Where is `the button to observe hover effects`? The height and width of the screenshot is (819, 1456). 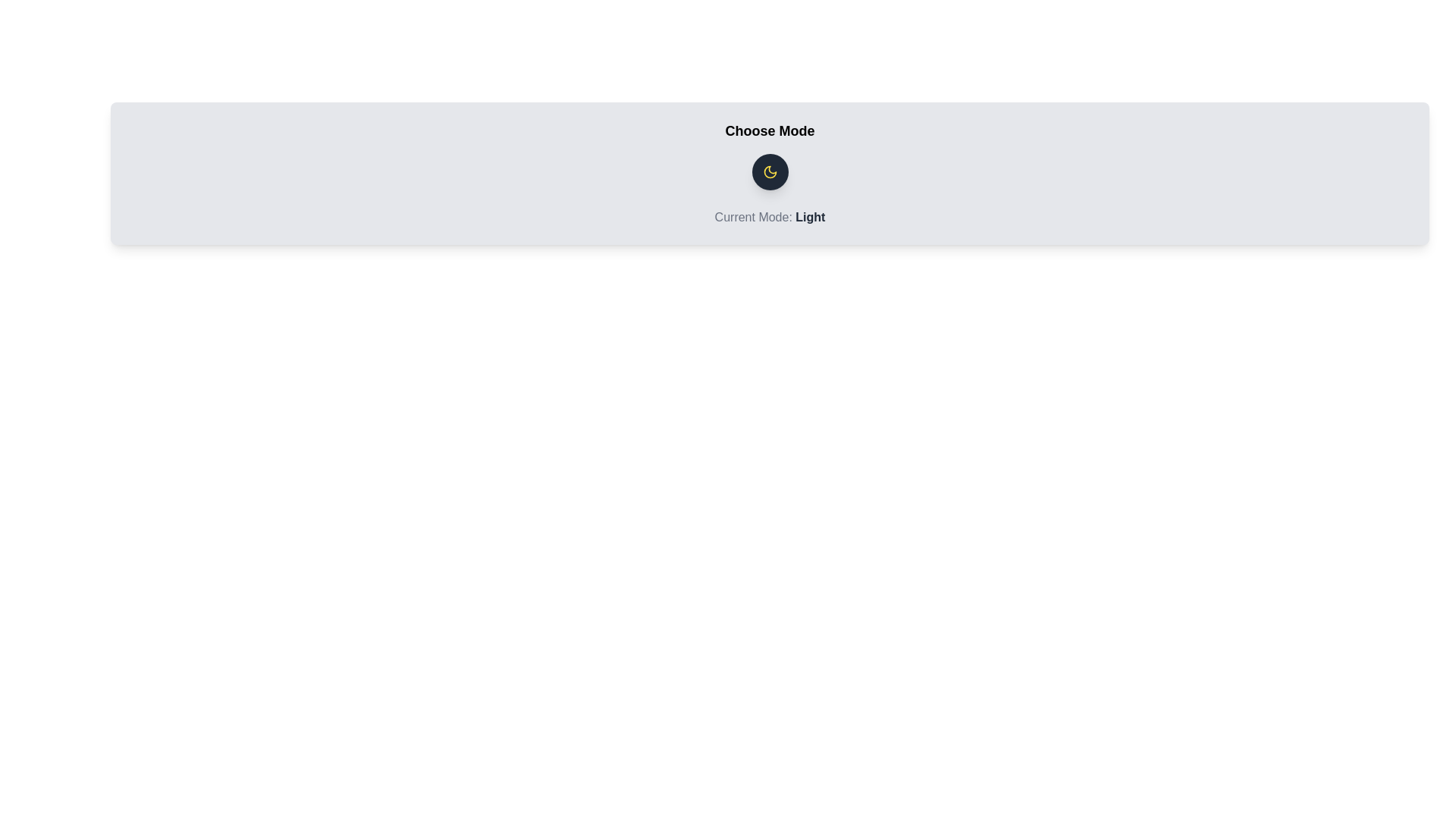
the button to observe hover effects is located at coordinates (770, 171).